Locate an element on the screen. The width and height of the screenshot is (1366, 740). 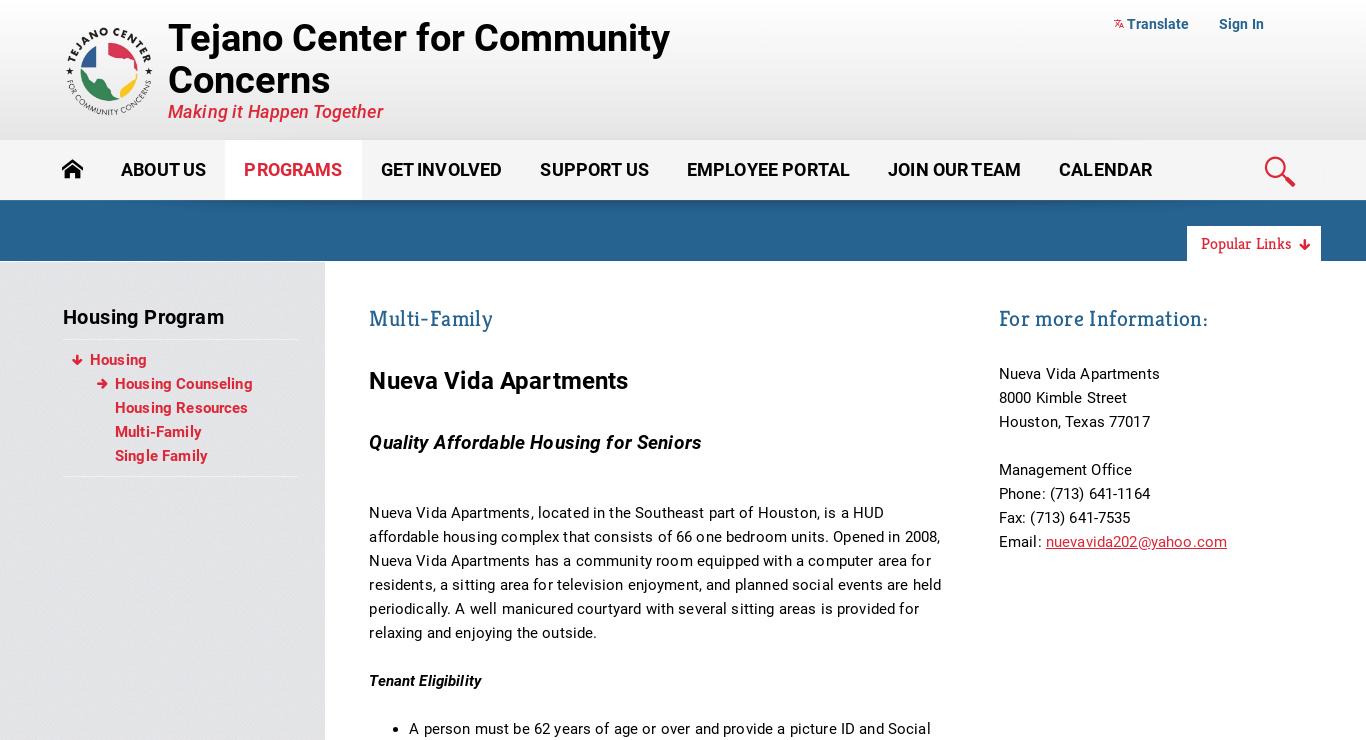
'Making it Happen Together' is located at coordinates (274, 111).